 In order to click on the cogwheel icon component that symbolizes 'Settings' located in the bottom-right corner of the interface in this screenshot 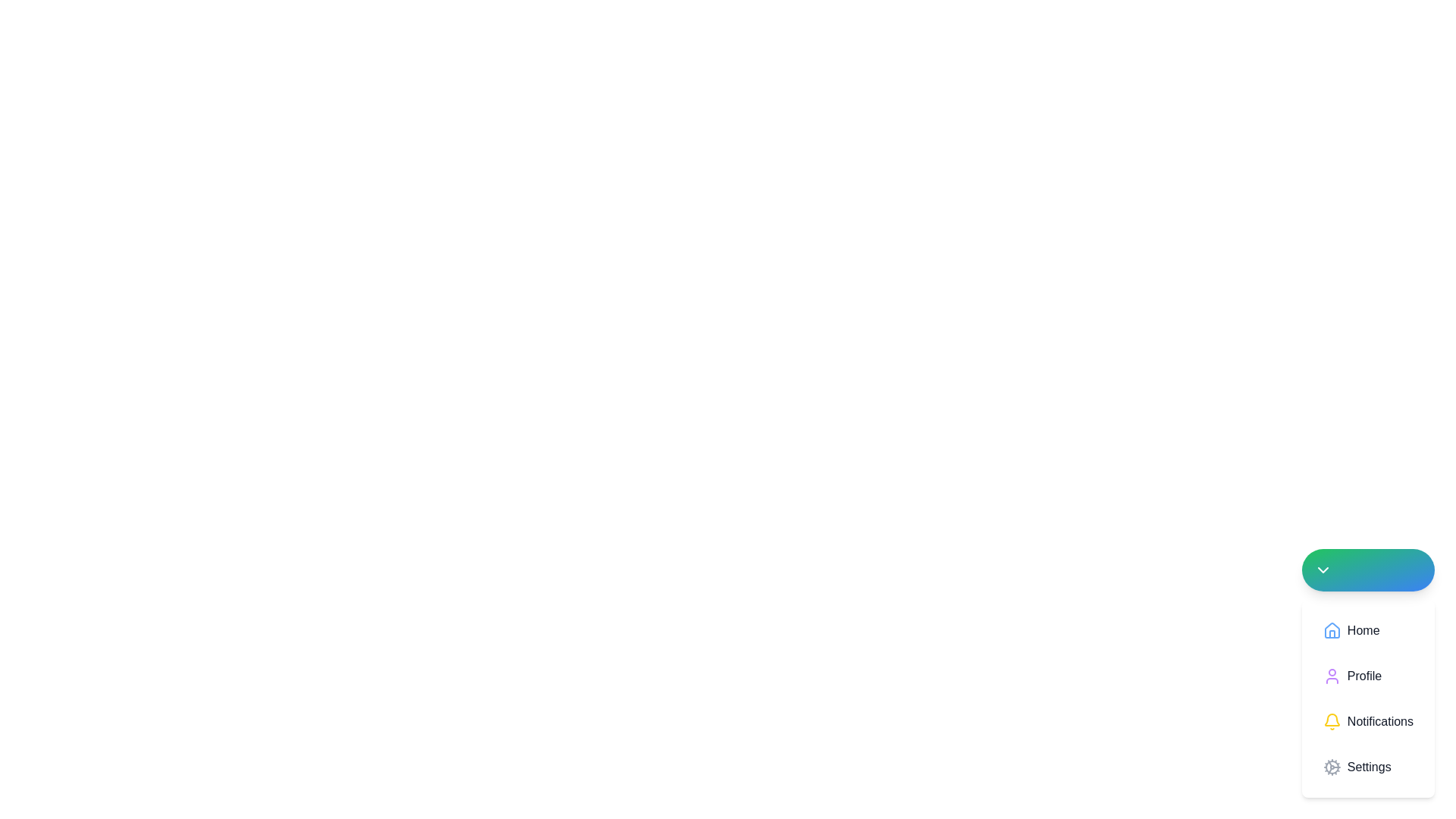, I will do `click(1331, 767)`.